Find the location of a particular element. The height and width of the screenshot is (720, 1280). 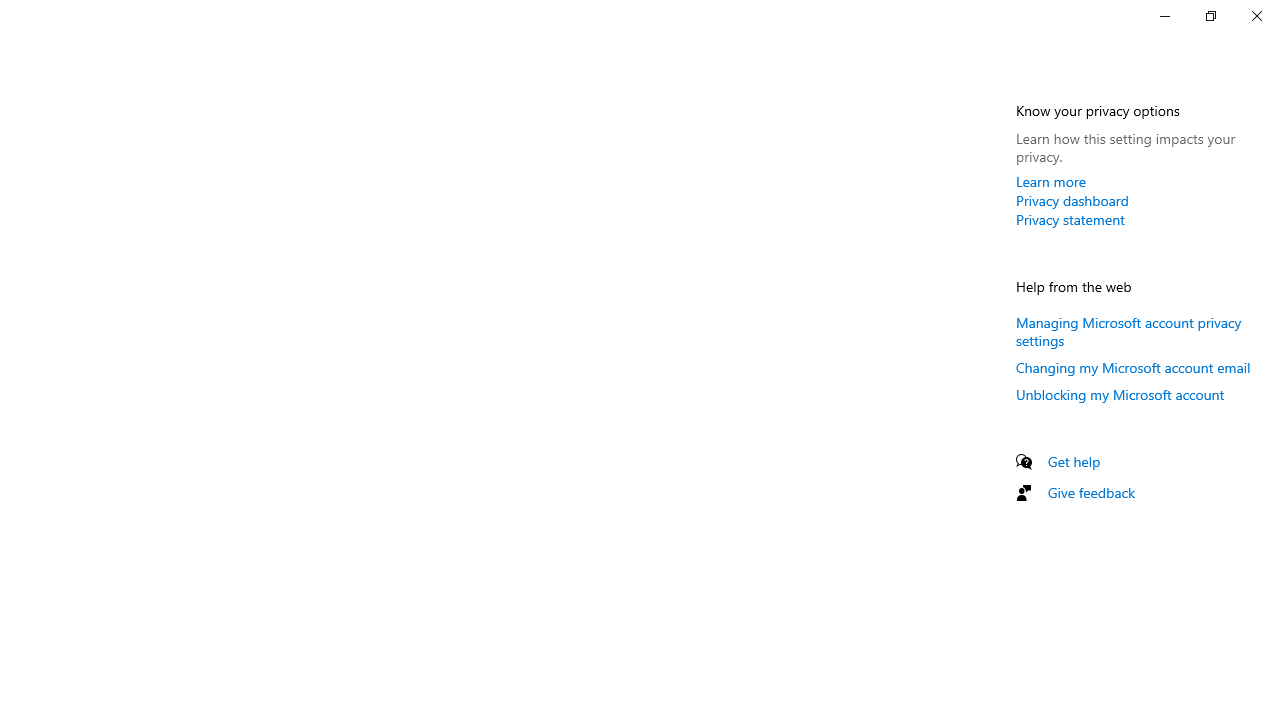

'Get help' is located at coordinates (1073, 461).